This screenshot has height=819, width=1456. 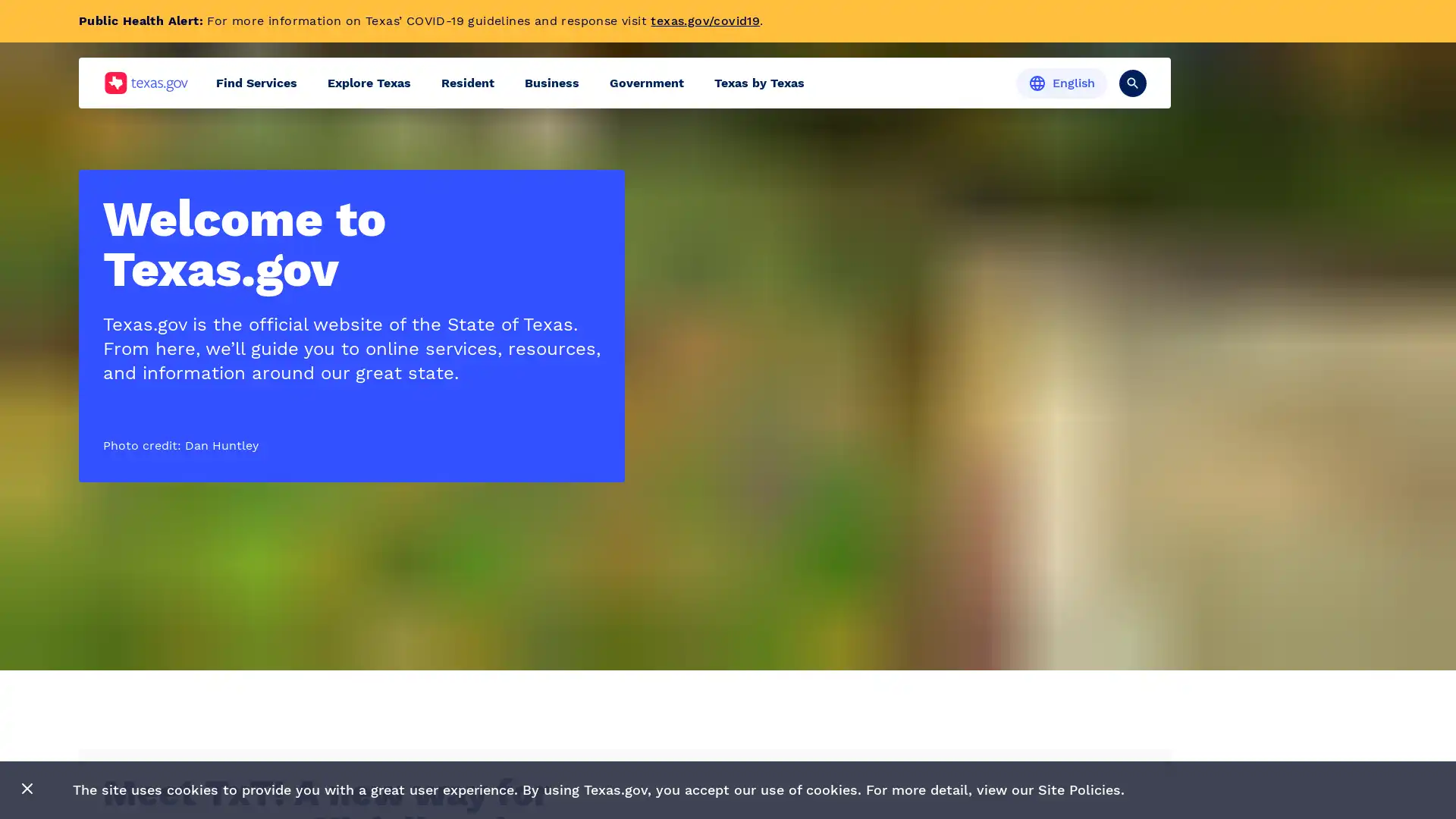 What do you see at coordinates (27, 789) in the screenshot?
I see `Close` at bounding box center [27, 789].